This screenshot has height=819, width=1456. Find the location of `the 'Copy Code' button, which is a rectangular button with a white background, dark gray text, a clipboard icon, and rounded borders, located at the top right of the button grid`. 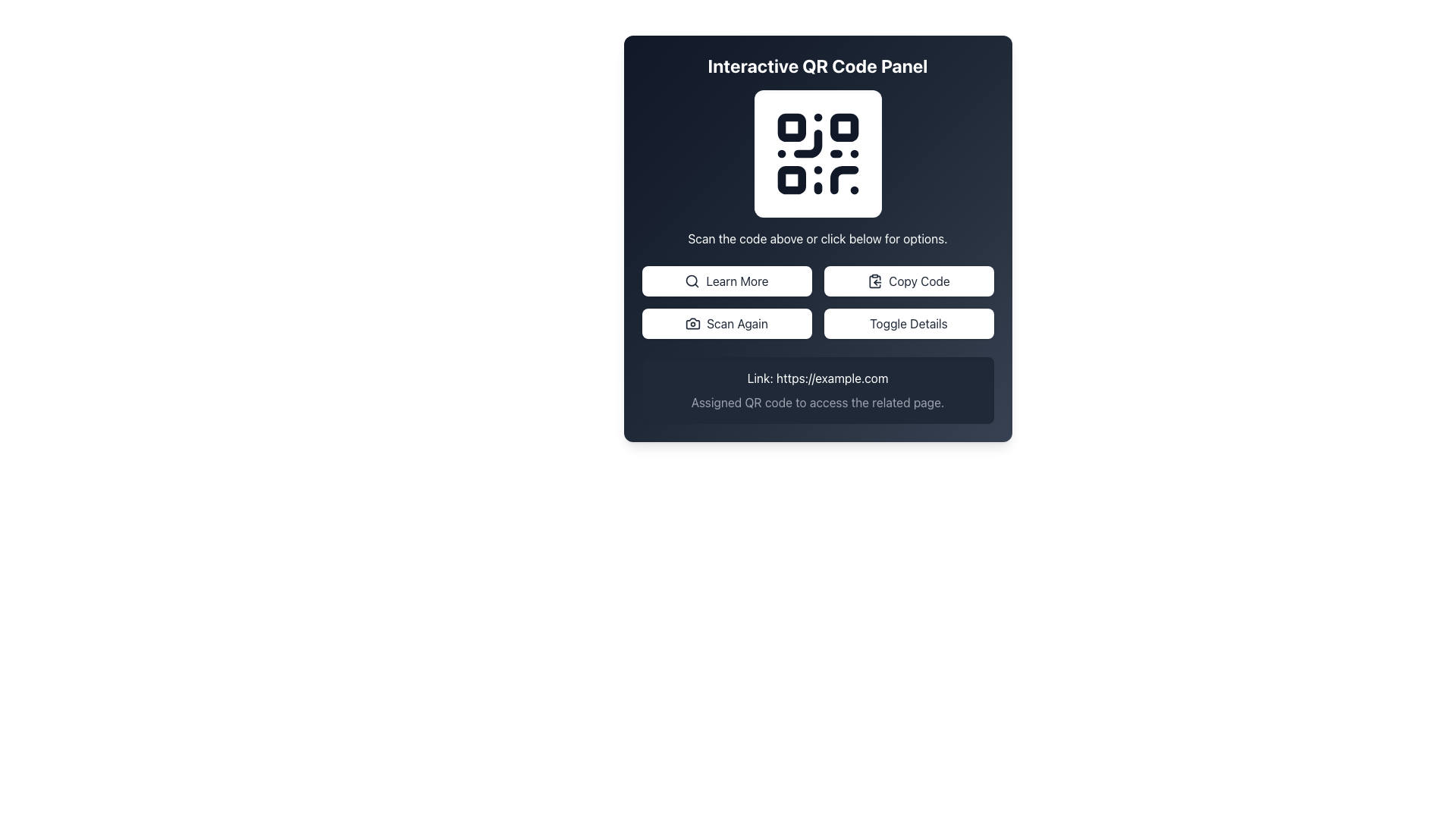

the 'Copy Code' button, which is a rectangular button with a white background, dark gray text, a clipboard icon, and rounded borders, located at the top right of the button grid is located at coordinates (908, 281).